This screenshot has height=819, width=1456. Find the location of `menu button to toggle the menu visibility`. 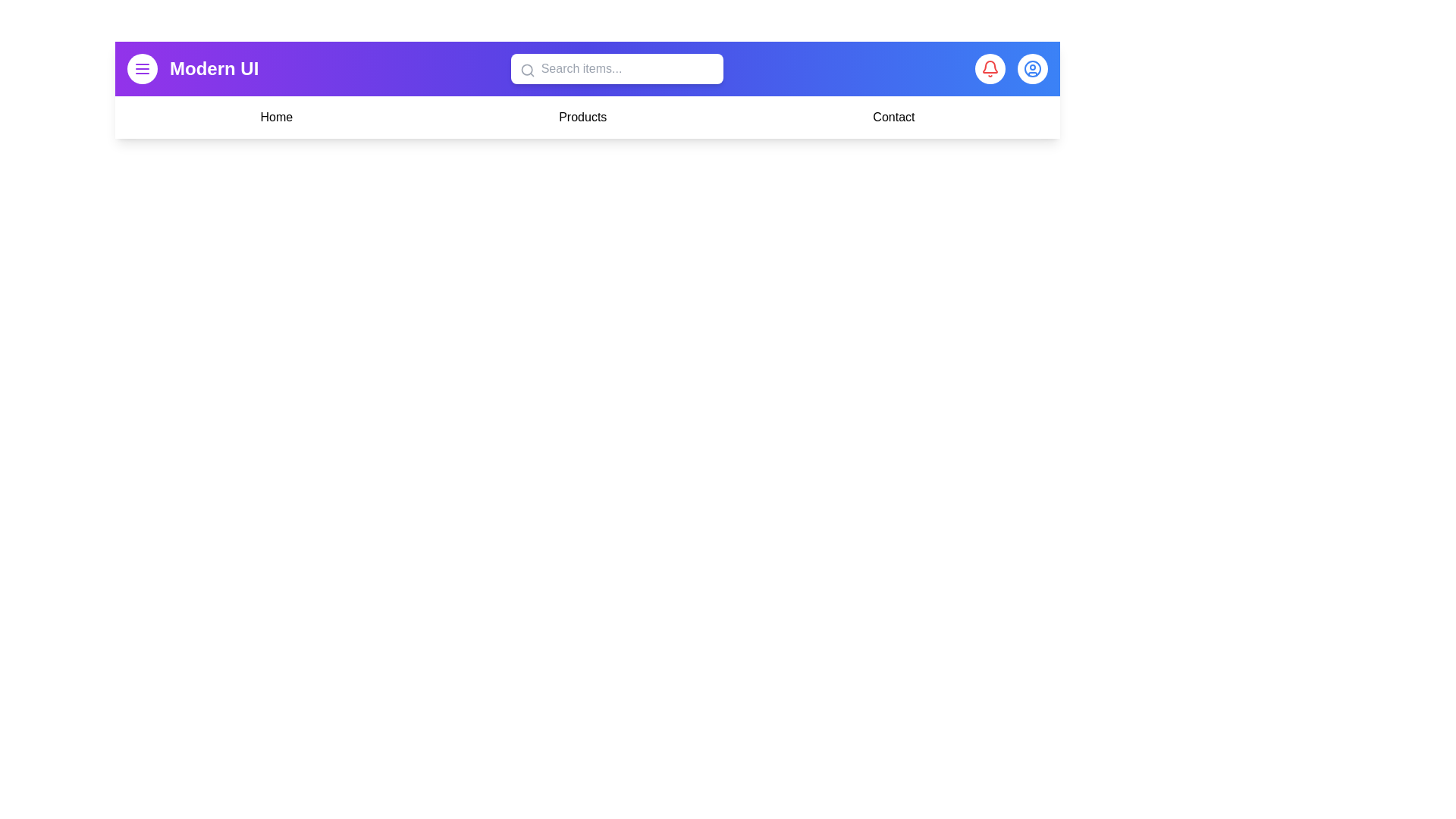

menu button to toggle the menu visibility is located at coordinates (142, 69).